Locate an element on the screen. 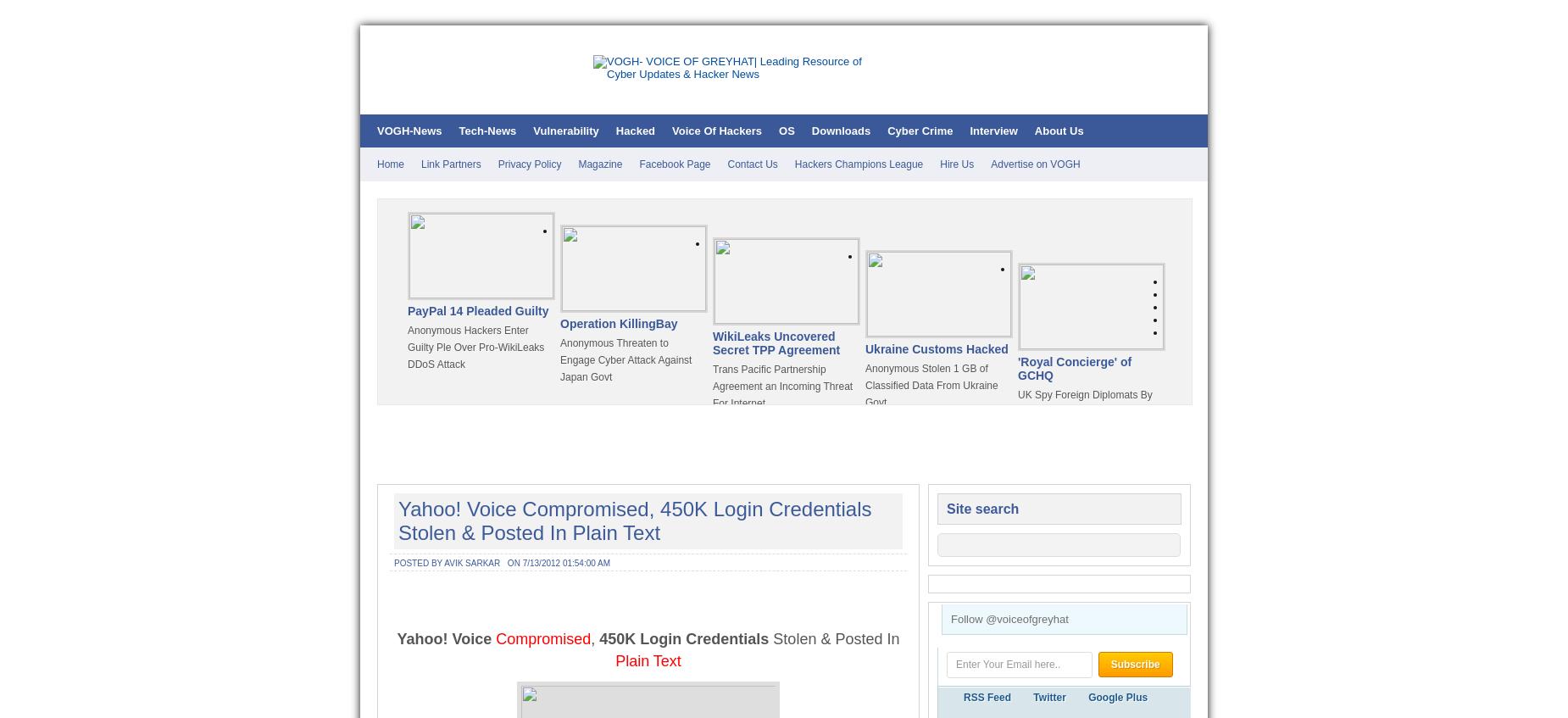 Image resolution: width=1568 pixels, height=718 pixels. '10 Years Imprisonment For Hammond' is located at coordinates (472, 545).